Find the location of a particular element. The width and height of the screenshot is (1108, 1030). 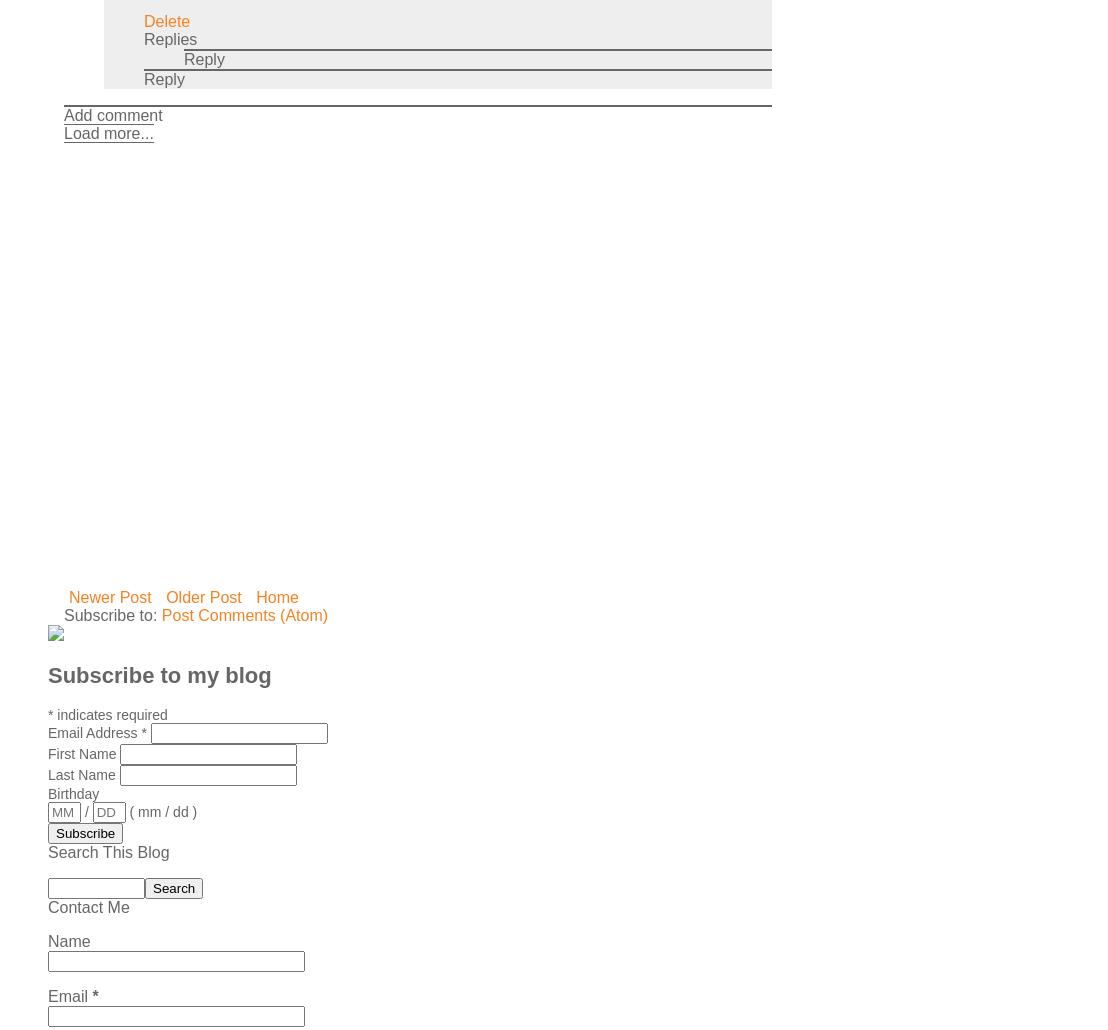

'Replies' is located at coordinates (169, 38).